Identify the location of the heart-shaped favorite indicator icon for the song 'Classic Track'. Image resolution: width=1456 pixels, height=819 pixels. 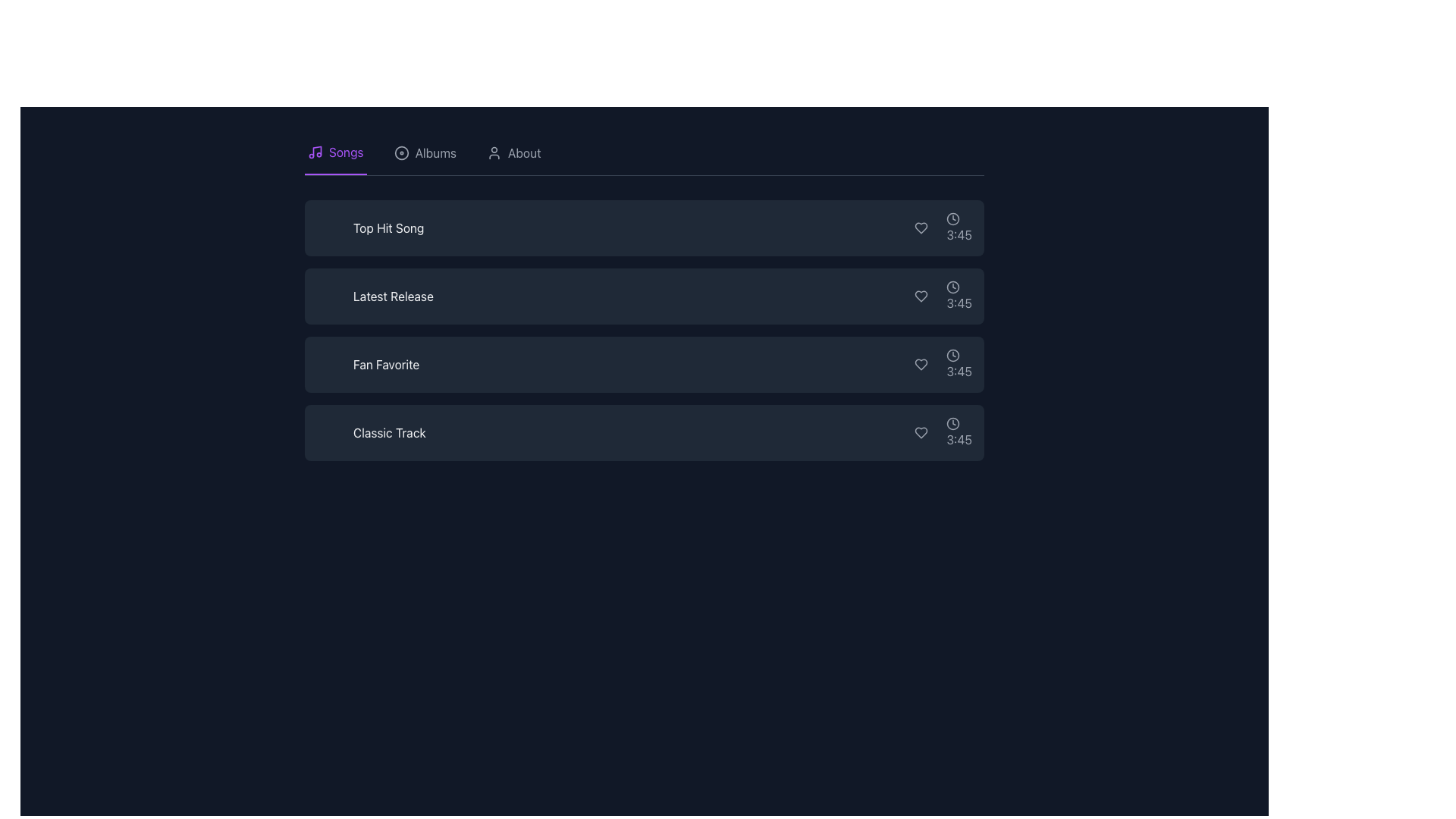
(921, 432).